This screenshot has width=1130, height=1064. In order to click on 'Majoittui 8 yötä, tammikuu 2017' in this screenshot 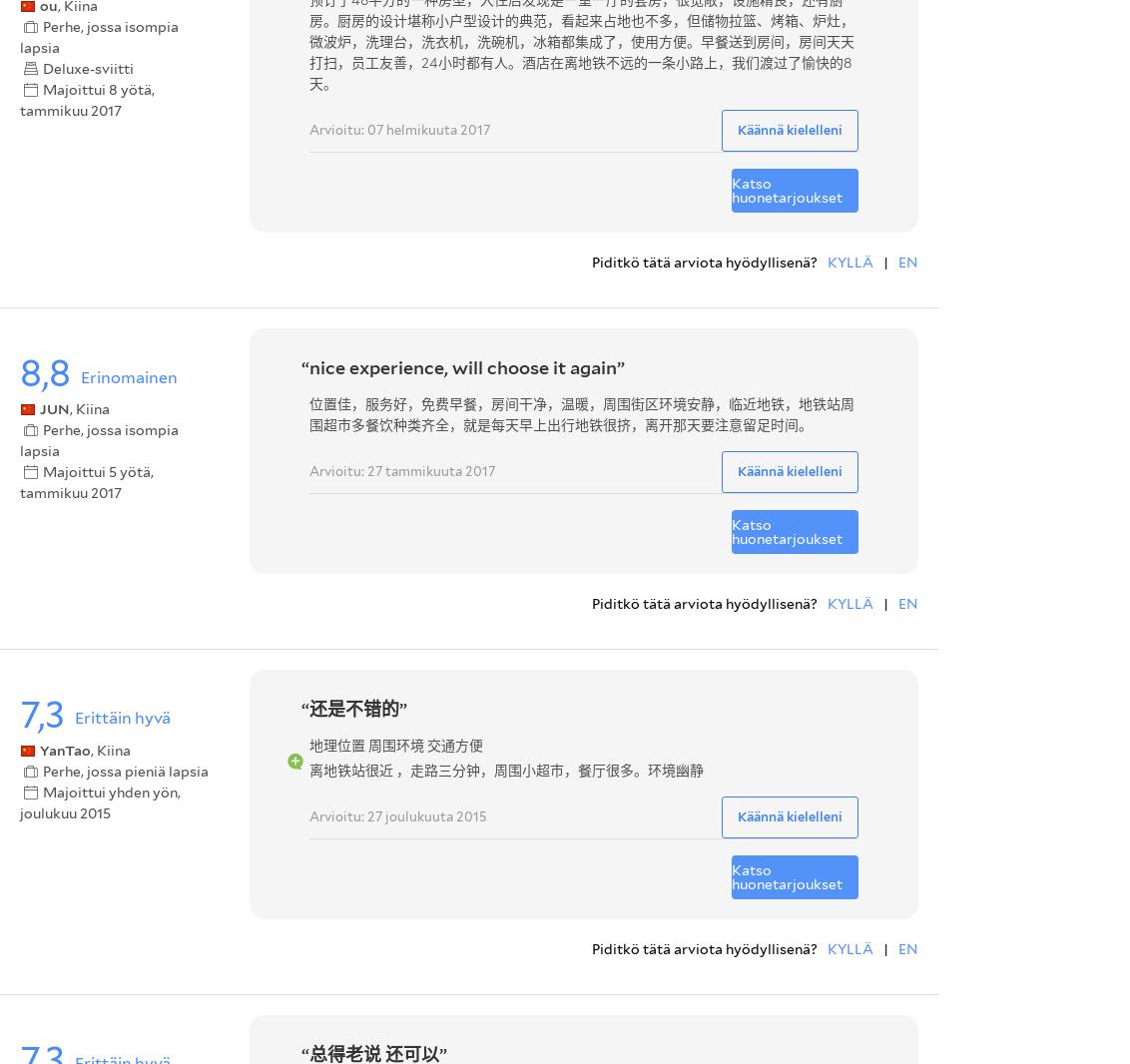, I will do `click(87, 98)`.